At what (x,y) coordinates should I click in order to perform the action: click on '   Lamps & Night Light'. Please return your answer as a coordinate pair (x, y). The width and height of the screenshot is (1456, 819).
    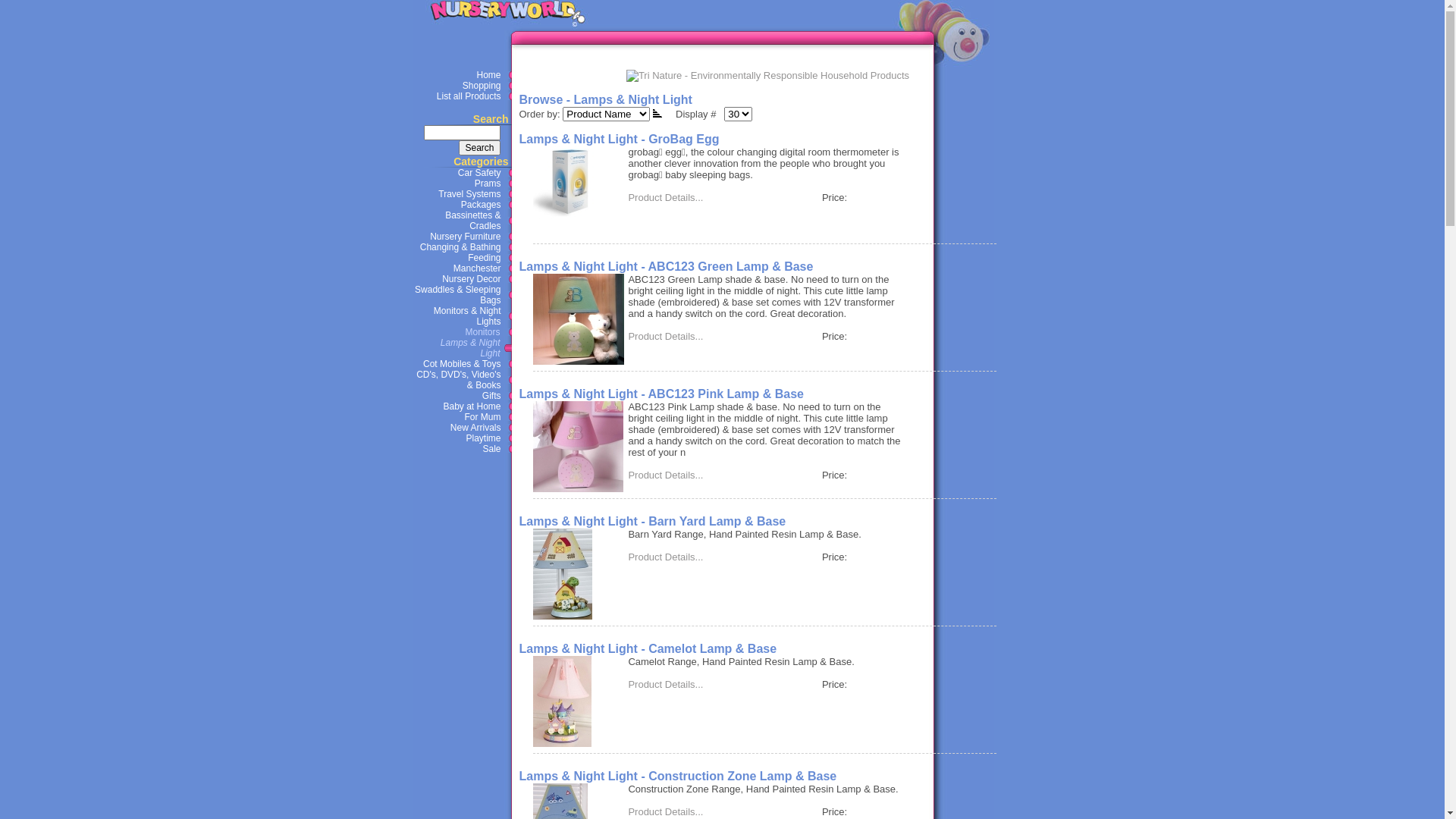
    Looking at the image, I should click on (461, 348).